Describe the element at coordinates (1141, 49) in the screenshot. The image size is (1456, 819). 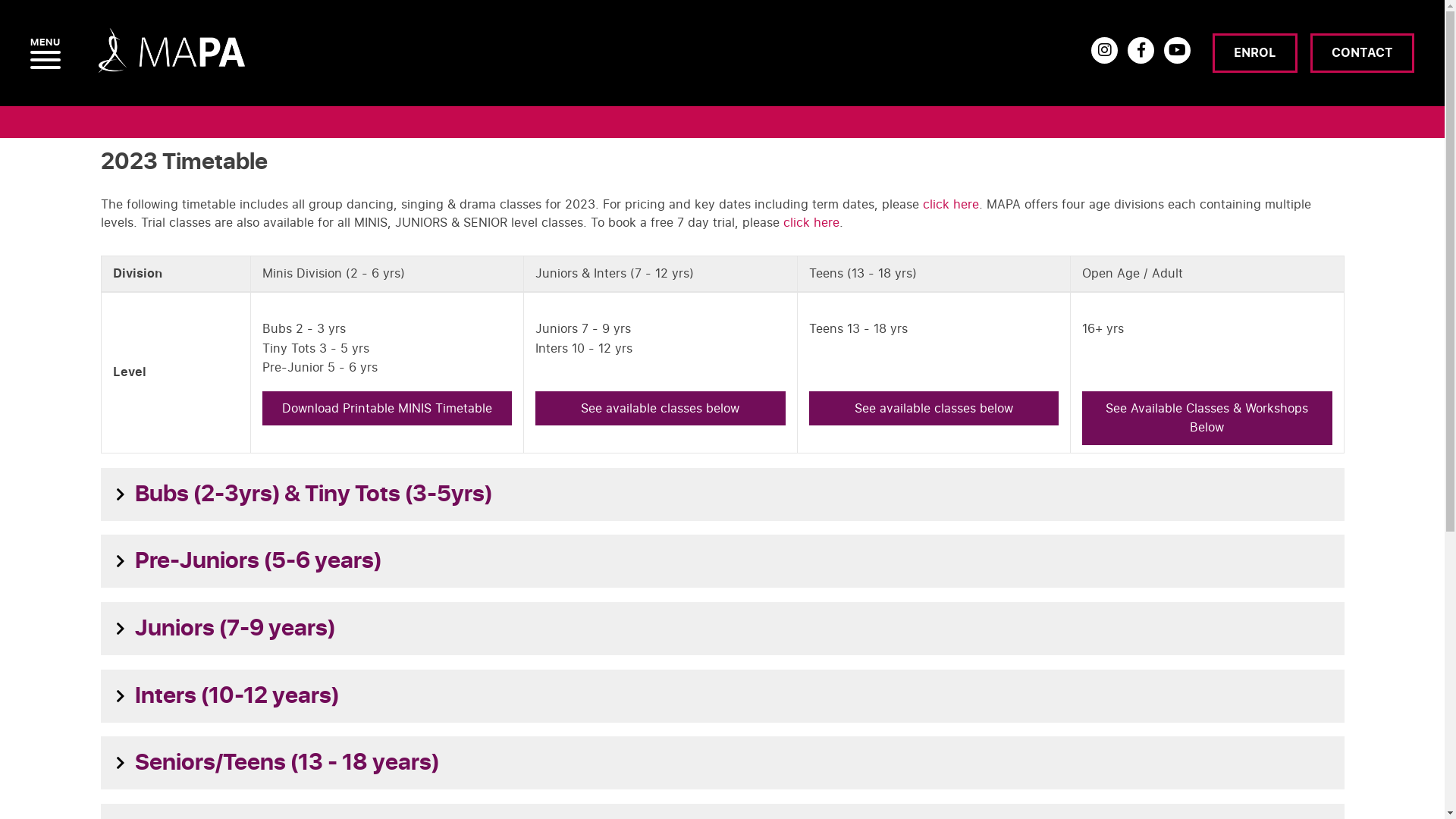
I see `'Follow us on Facebook'` at that location.